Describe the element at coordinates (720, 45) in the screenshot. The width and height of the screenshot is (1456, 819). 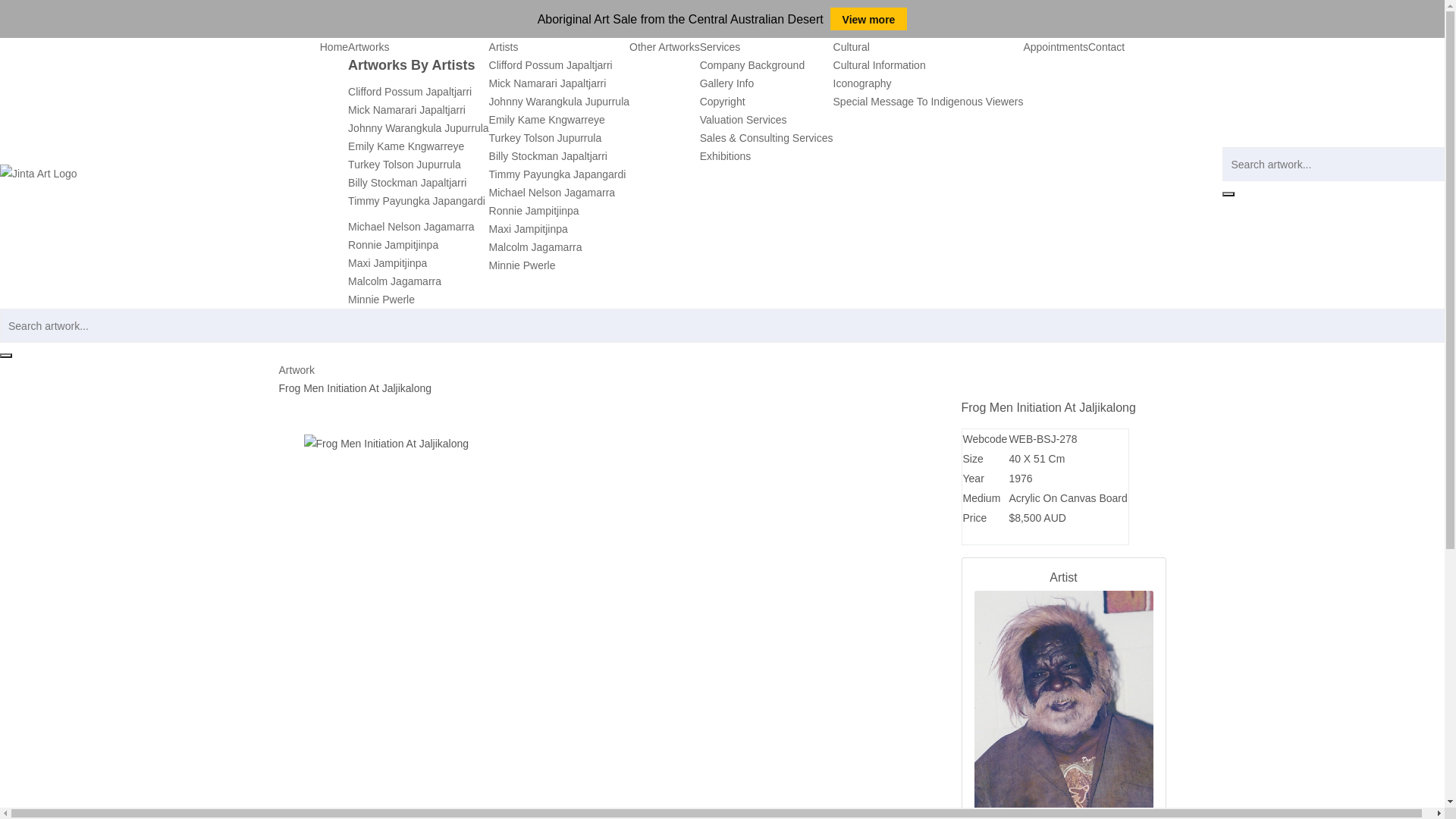
I see `'Services'` at that location.